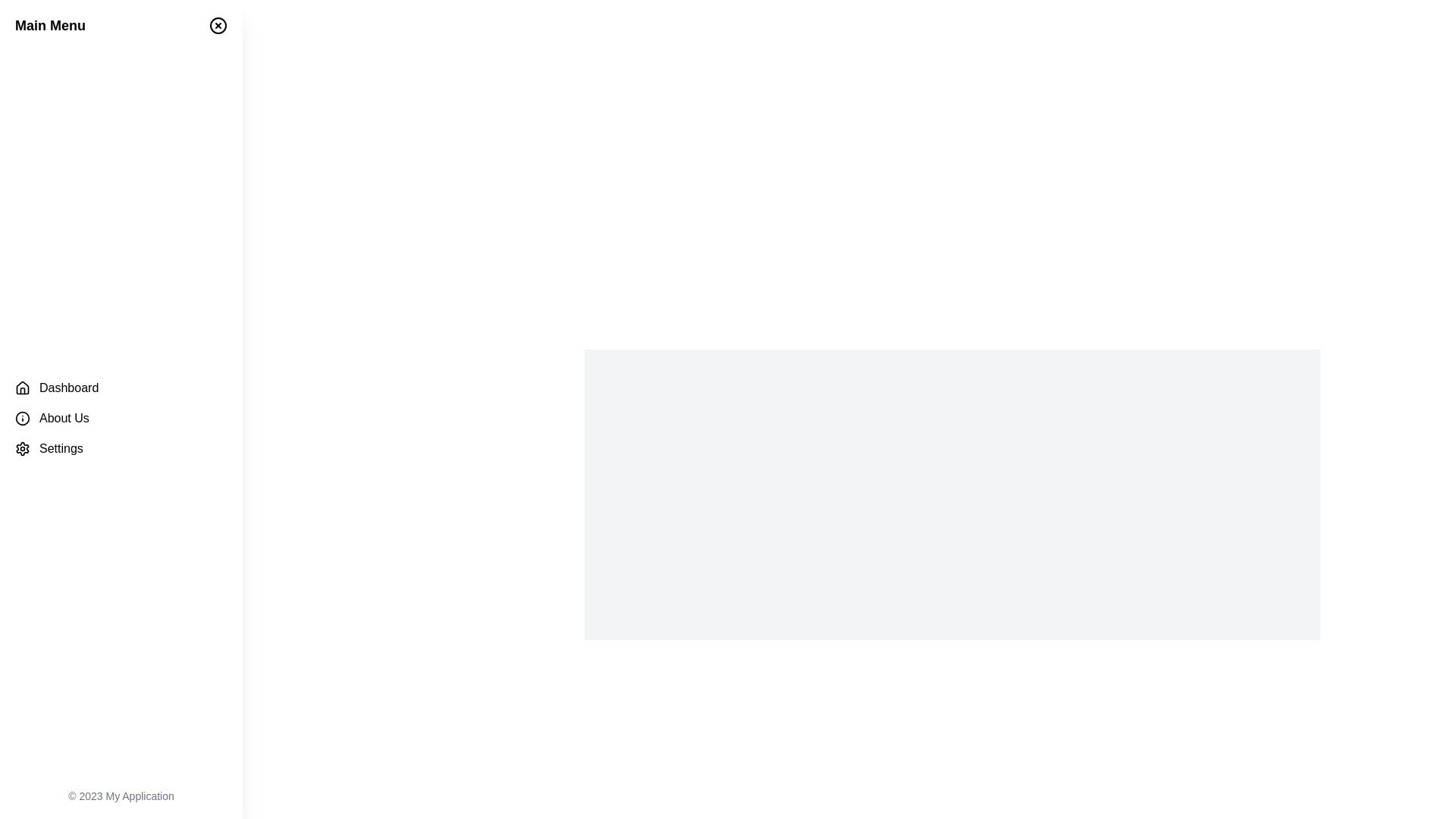 The width and height of the screenshot is (1456, 819). Describe the element at coordinates (22, 418) in the screenshot. I see `the central circle of the 'info' icon in the vertical navigation bar, located to the left of the 'About Us' menu option` at that location.